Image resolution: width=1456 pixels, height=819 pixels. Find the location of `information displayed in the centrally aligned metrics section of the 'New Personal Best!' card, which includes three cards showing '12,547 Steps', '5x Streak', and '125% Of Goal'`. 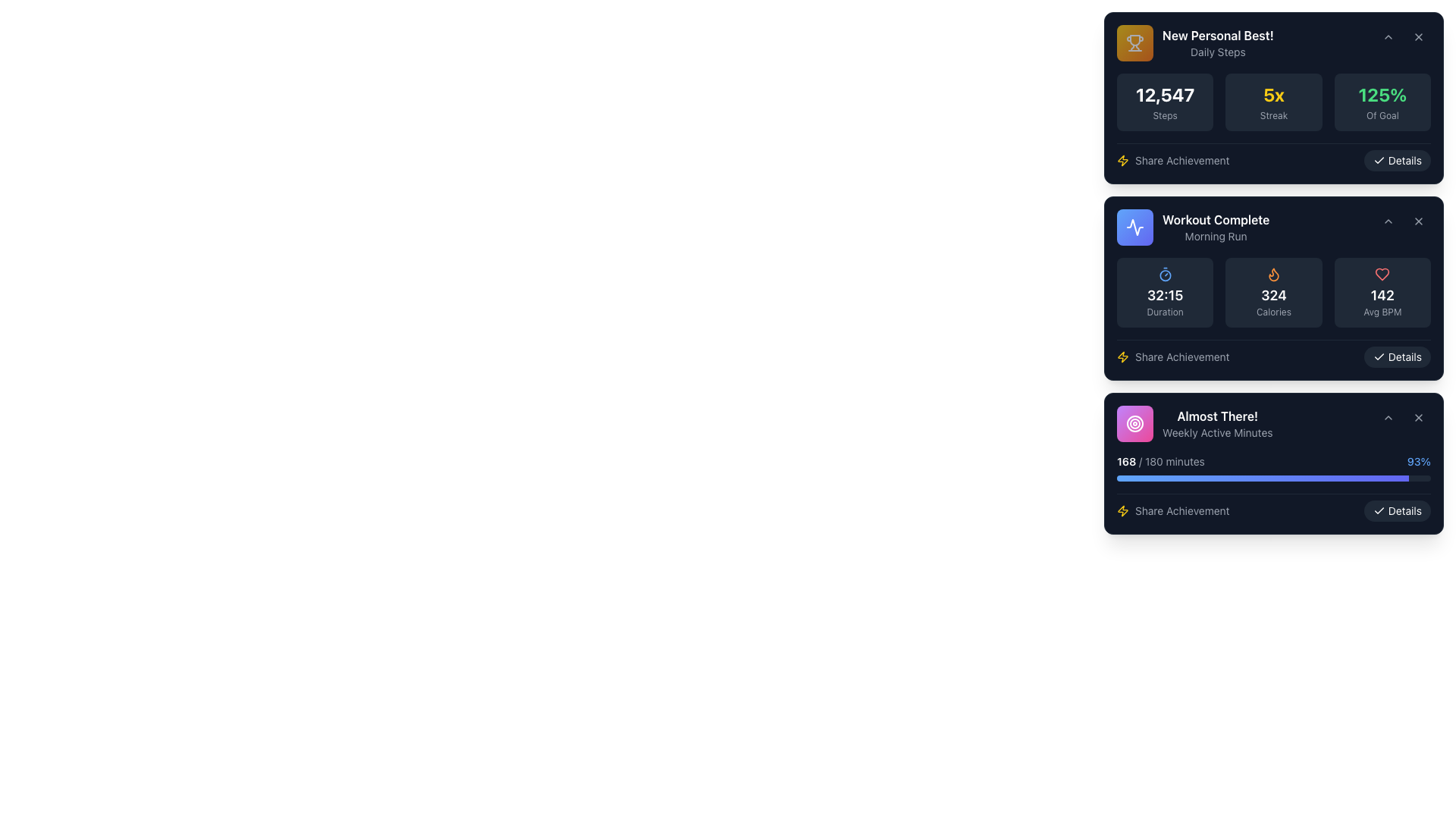

information displayed in the centrally aligned metrics section of the 'New Personal Best!' card, which includes three cards showing '12,547 Steps', '5x Streak', and '125% Of Goal' is located at coordinates (1274, 121).